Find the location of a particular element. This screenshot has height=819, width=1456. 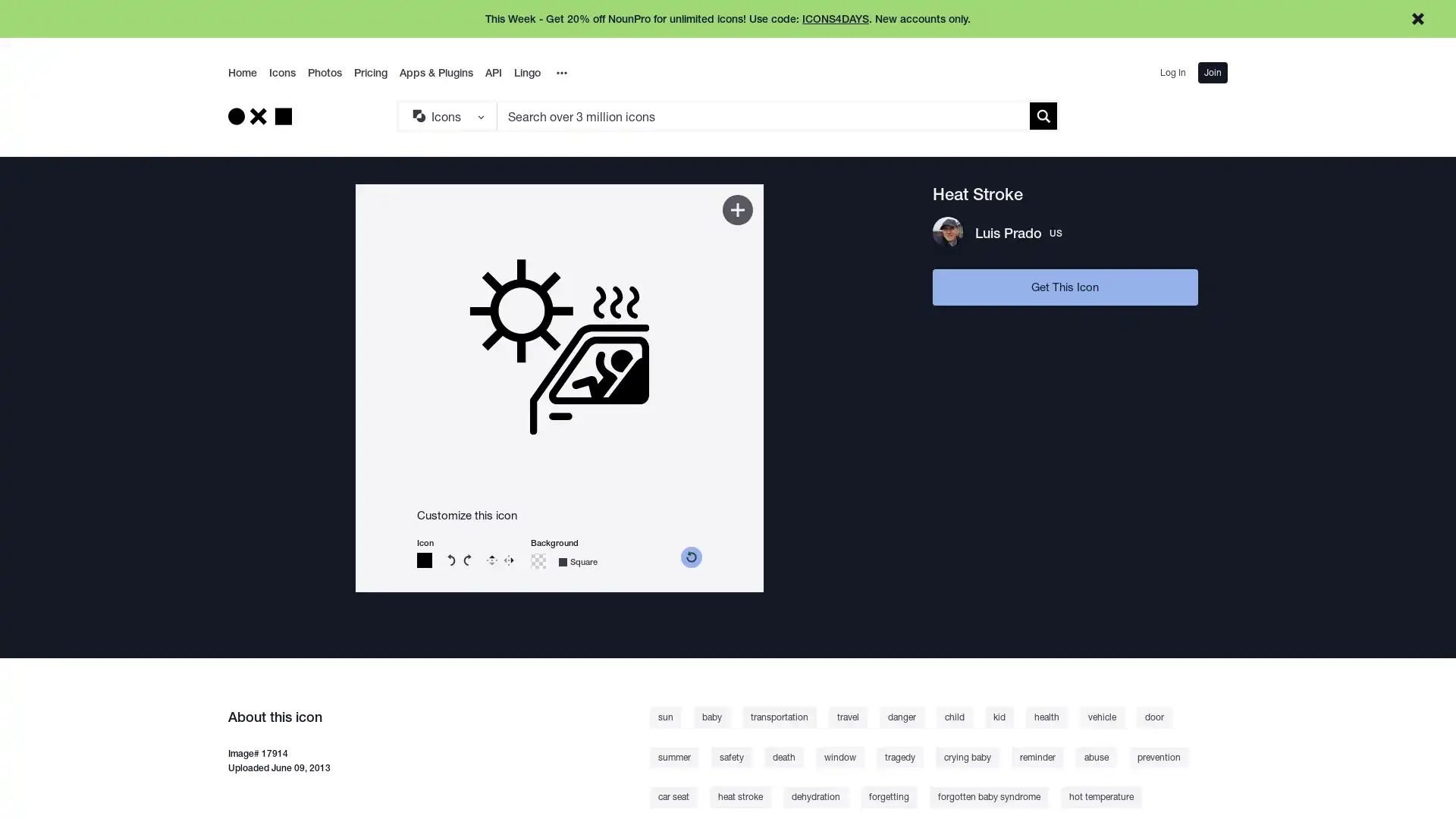

Log In is located at coordinates (1172, 73).